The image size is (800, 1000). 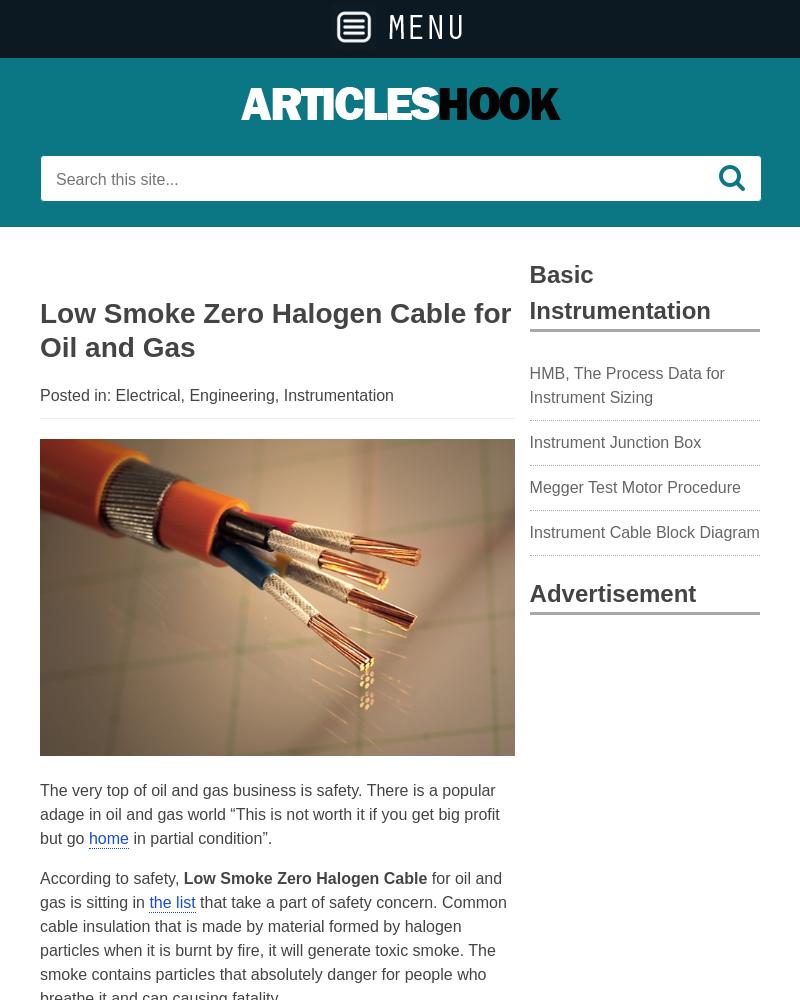 What do you see at coordinates (633, 486) in the screenshot?
I see `'Megger Test Motor Procedure'` at bounding box center [633, 486].